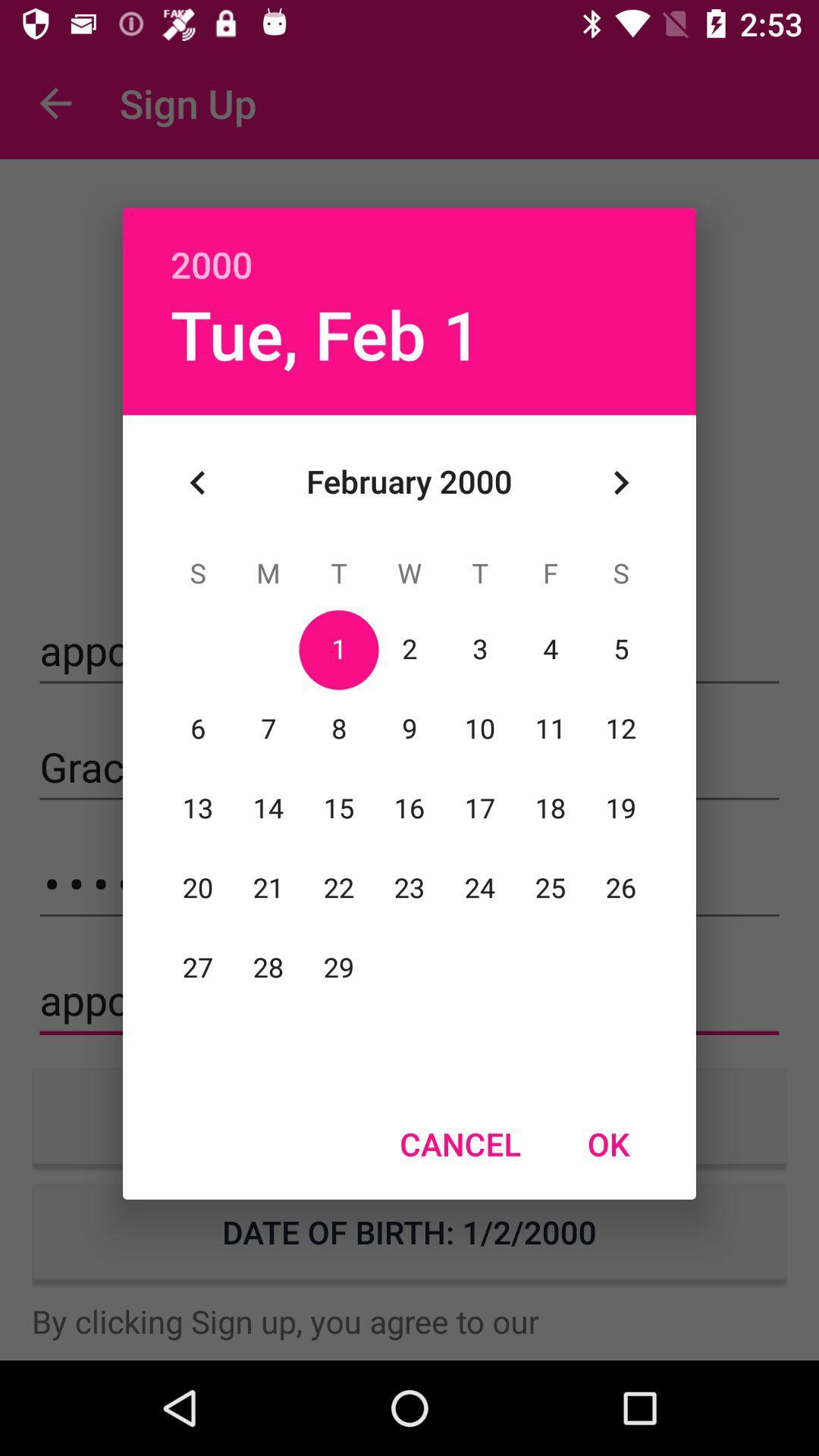 Image resolution: width=819 pixels, height=1456 pixels. What do you see at coordinates (325, 333) in the screenshot?
I see `the tue, feb 1 item` at bounding box center [325, 333].